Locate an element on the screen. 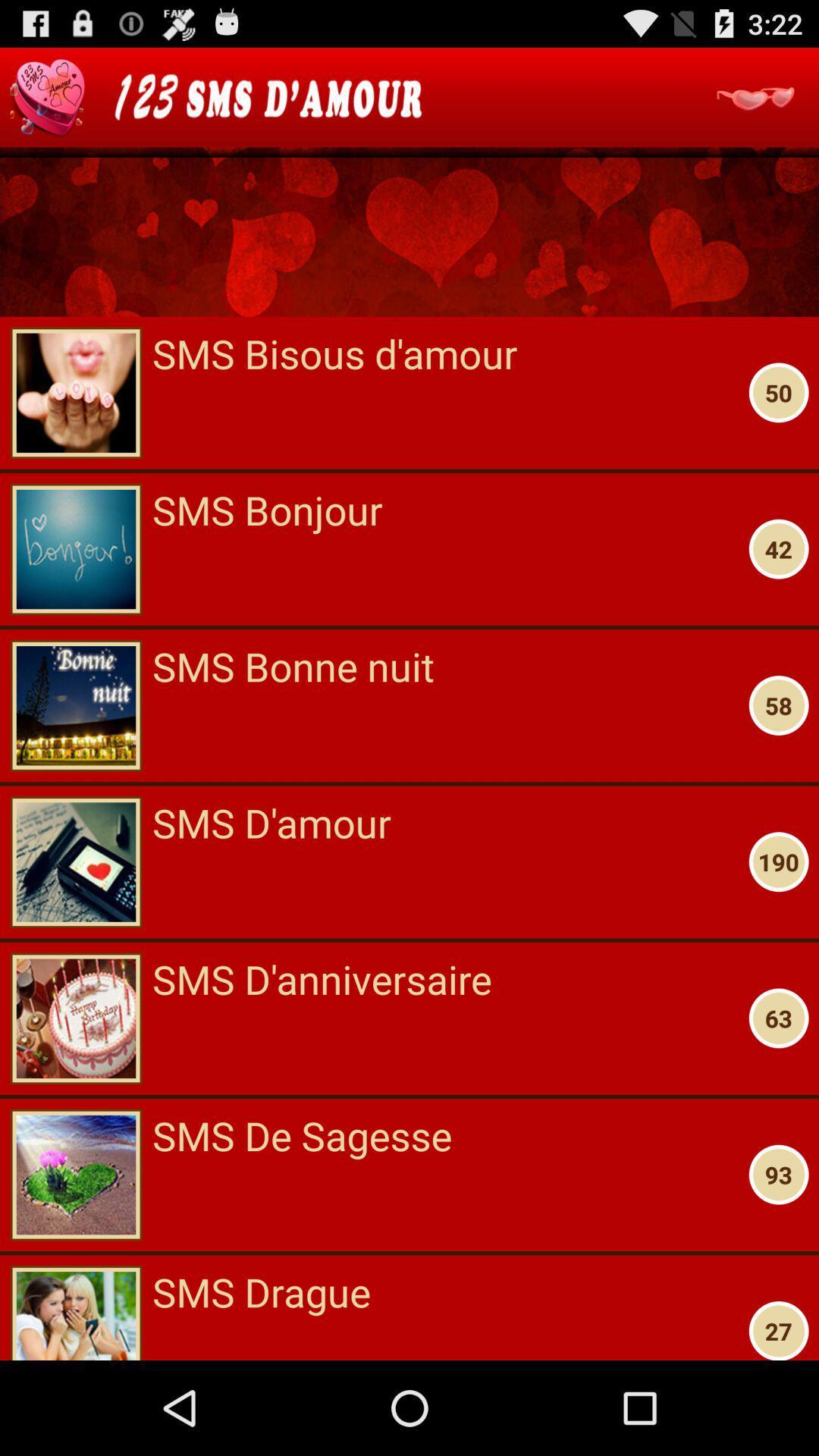 Image resolution: width=819 pixels, height=1456 pixels. menu dropdown is located at coordinates (755, 96).